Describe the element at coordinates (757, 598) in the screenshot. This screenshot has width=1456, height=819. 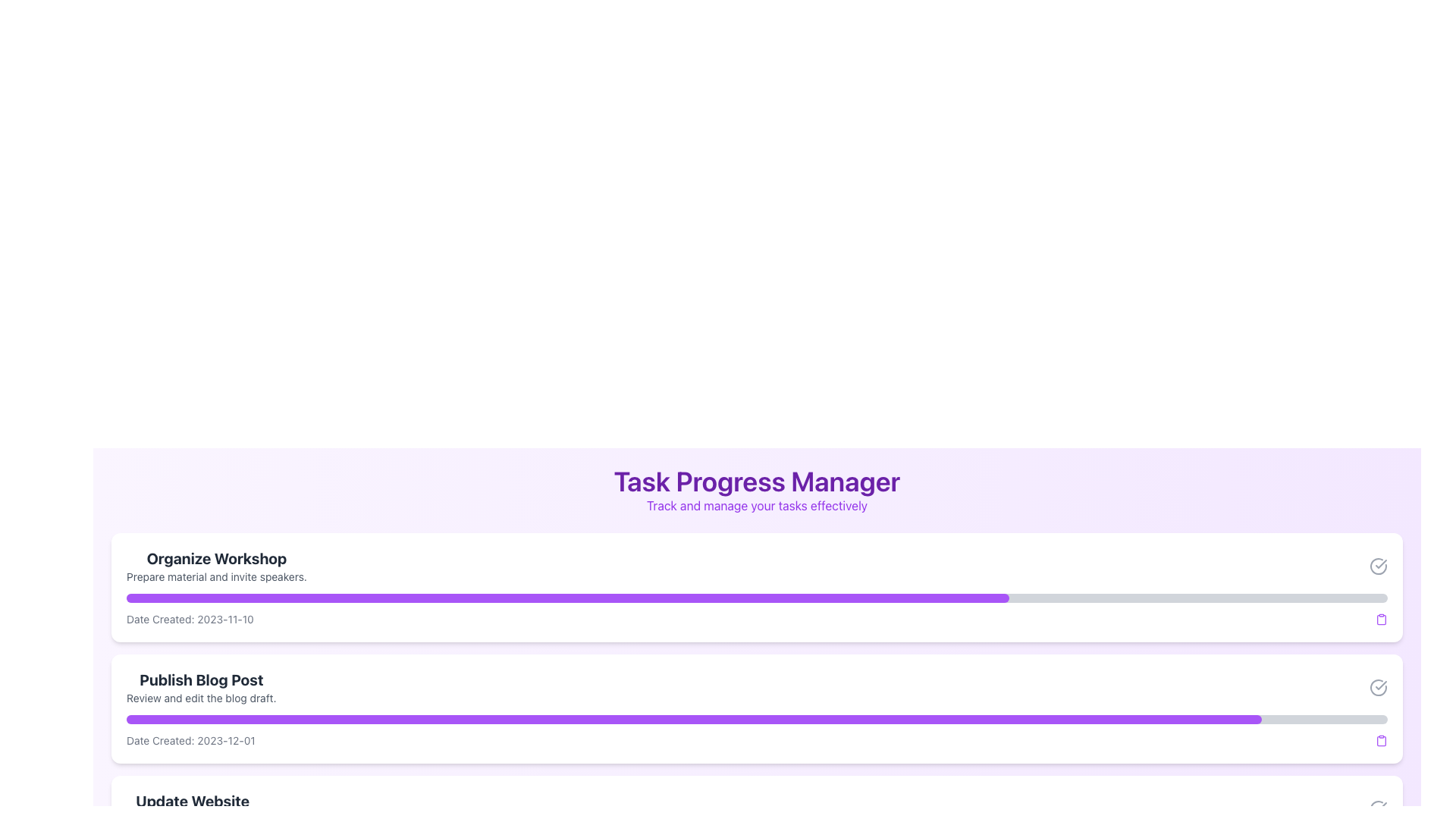
I see `the Progress Bar that visually represents the completion of the 'Organize Workshop' task, located beneath the task description and above the 'Date Created' text` at that location.